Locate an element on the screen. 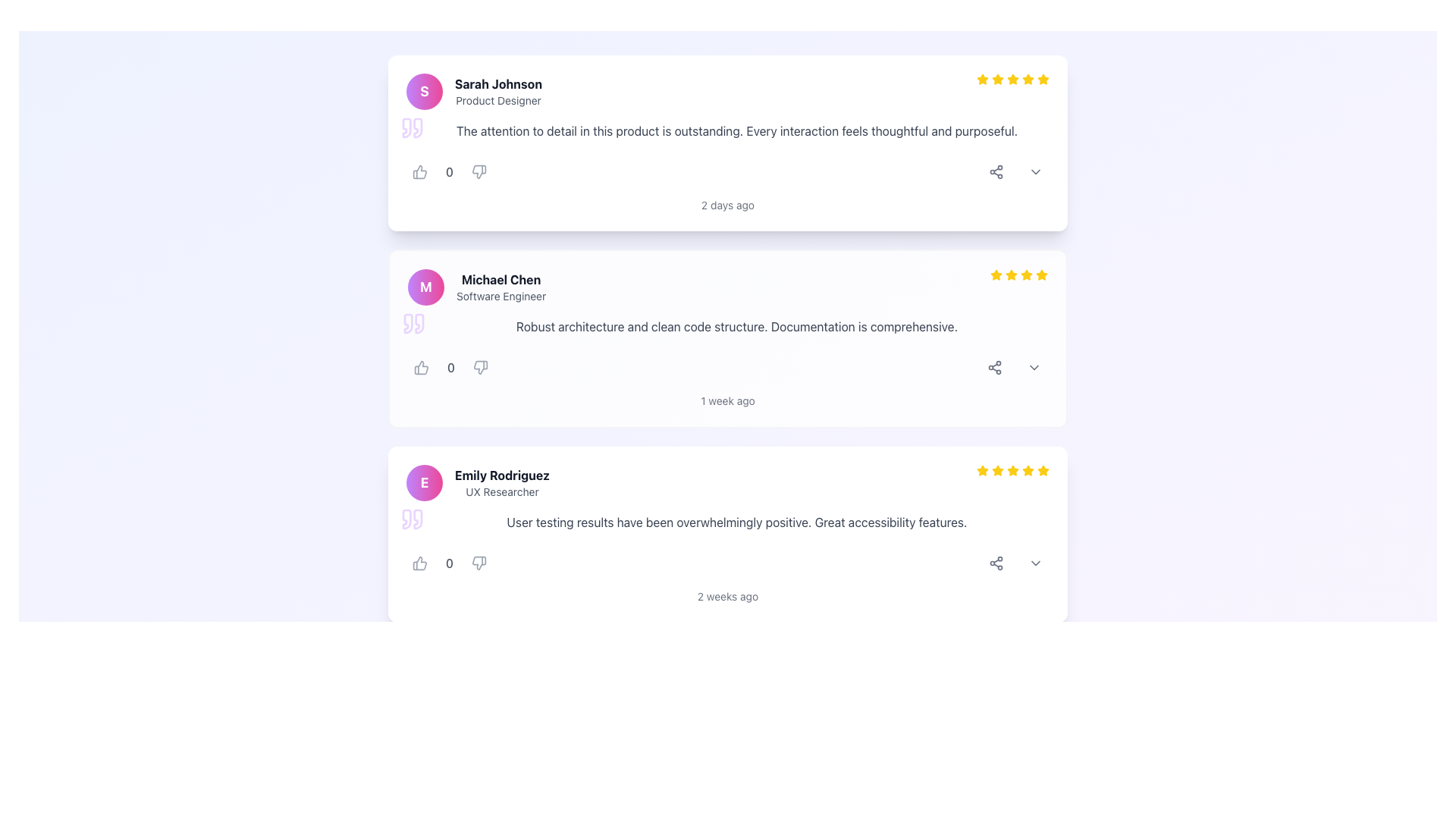 Image resolution: width=1456 pixels, height=819 pixels. the small, purple double quotation mark icon adjacent to the first user comment titled 'Sarah Johnson' is located at coordinates (406, 127).